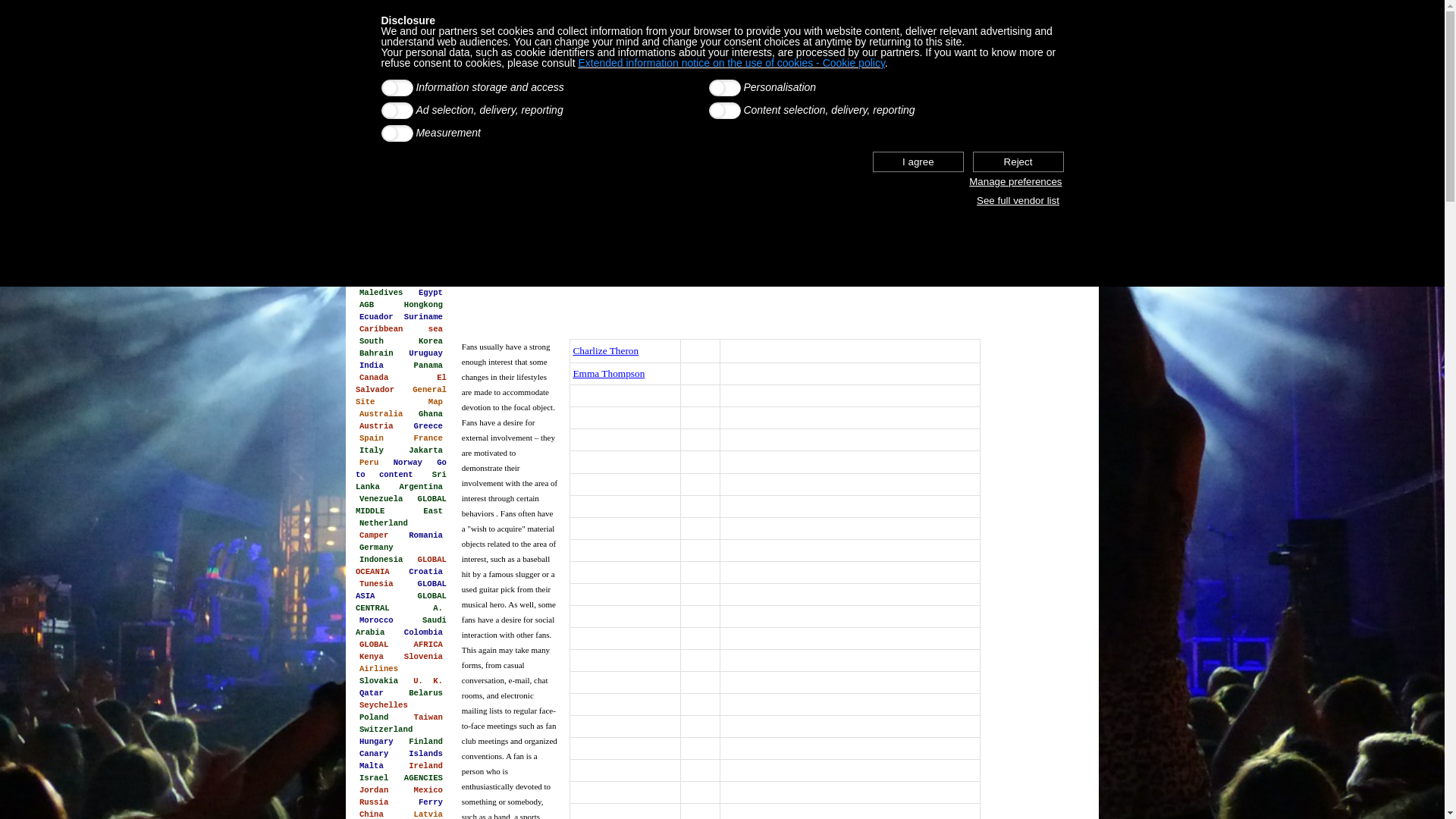  What do you see at coordinates (423, 304) in the screenshot?
I see `'Hongkong'` at bounding box center [423, 304].